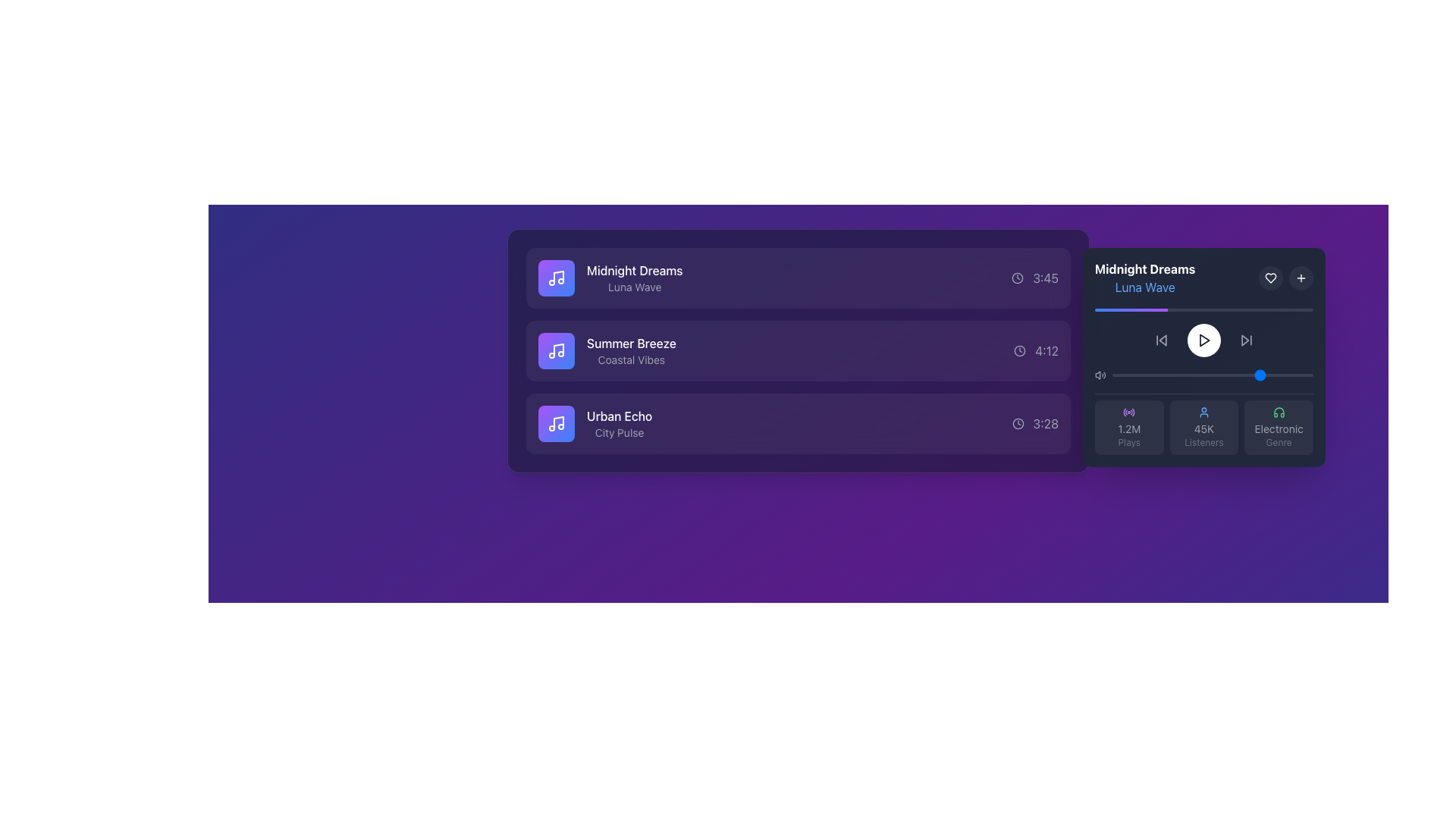 This screenshot has height=819, width=1456. I want to click on to select the first media item in the list, which includes text and an icon, located in a media player interface, so click(610, 278).